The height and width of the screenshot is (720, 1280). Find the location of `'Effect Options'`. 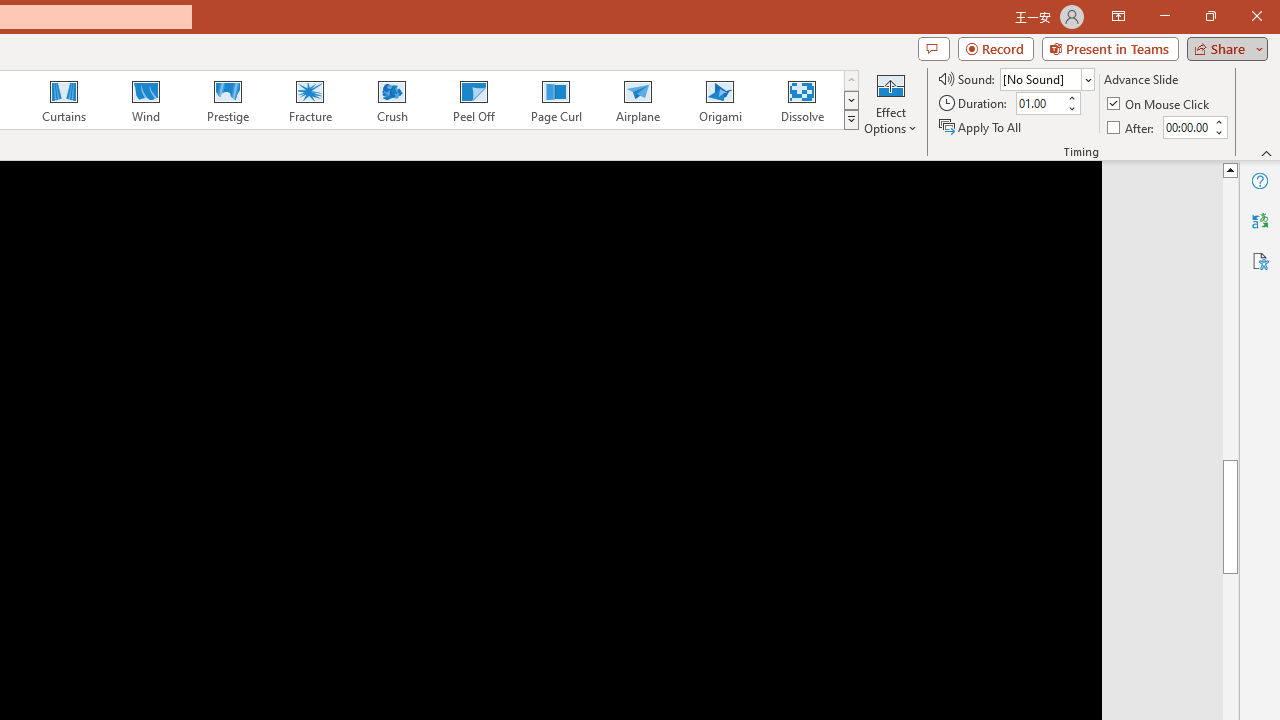

'Effect Options' is located at coordinates (889, 103).